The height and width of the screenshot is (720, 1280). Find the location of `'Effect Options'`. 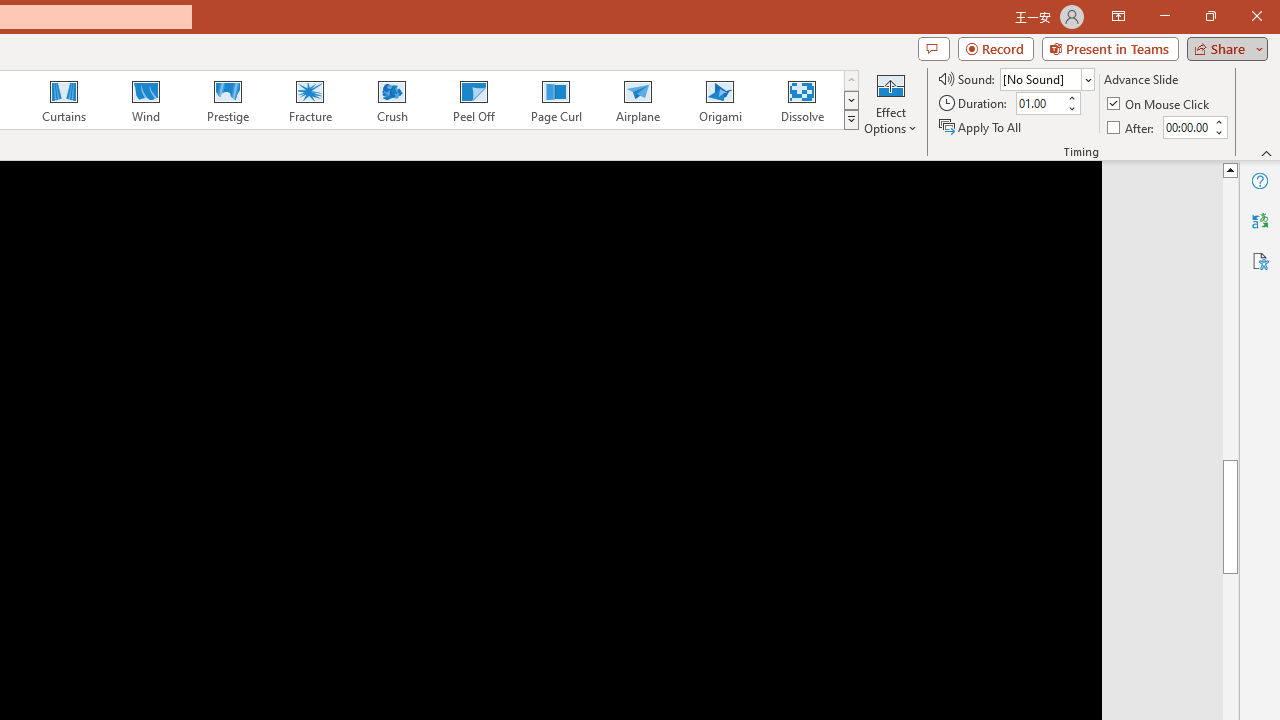

'Effect Options' is located at coordinates (889, 103).